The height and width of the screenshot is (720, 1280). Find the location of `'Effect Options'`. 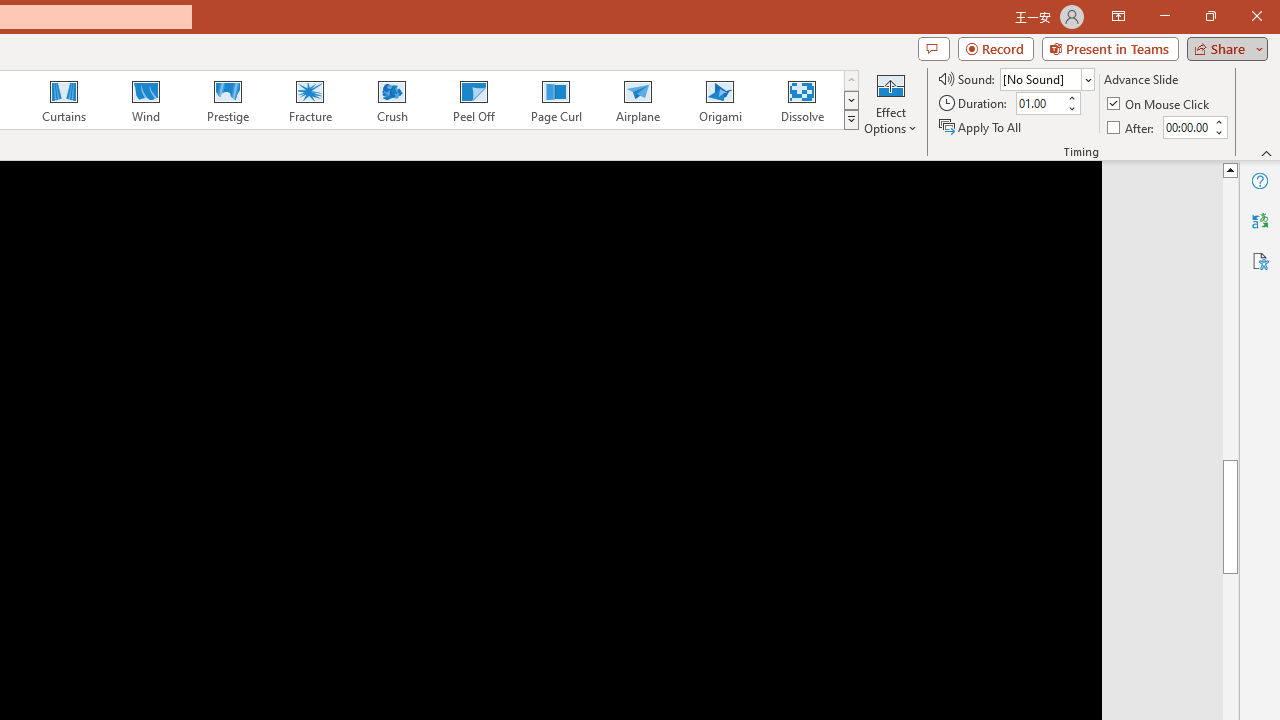

'Effect Options' is located at coordinates (889, 103).